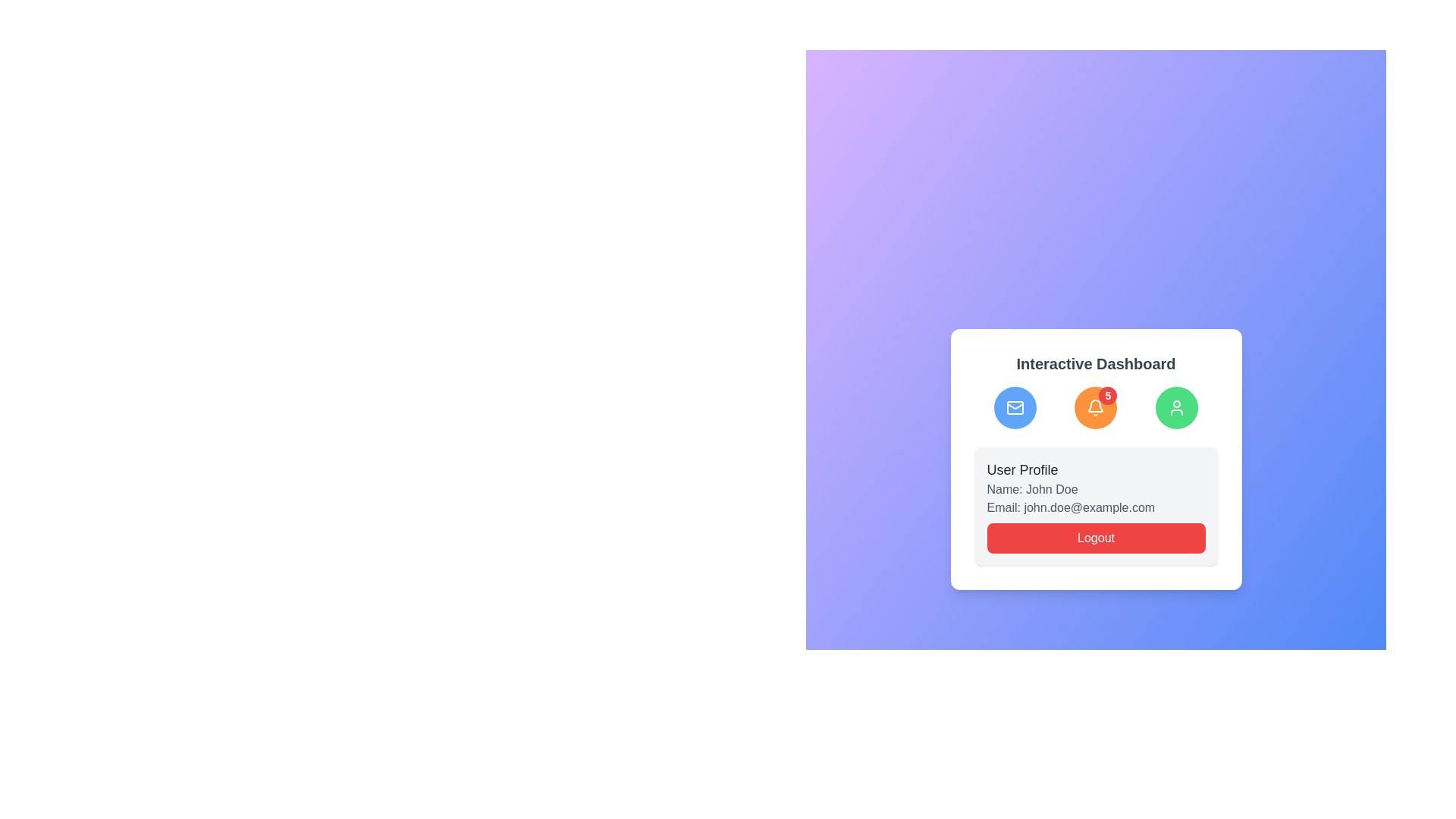  I want to click on the non-interactive badge displaying the number '5' in white text on a red background, located at the top-right corner of the notification bell icon, so click(1108, 394).